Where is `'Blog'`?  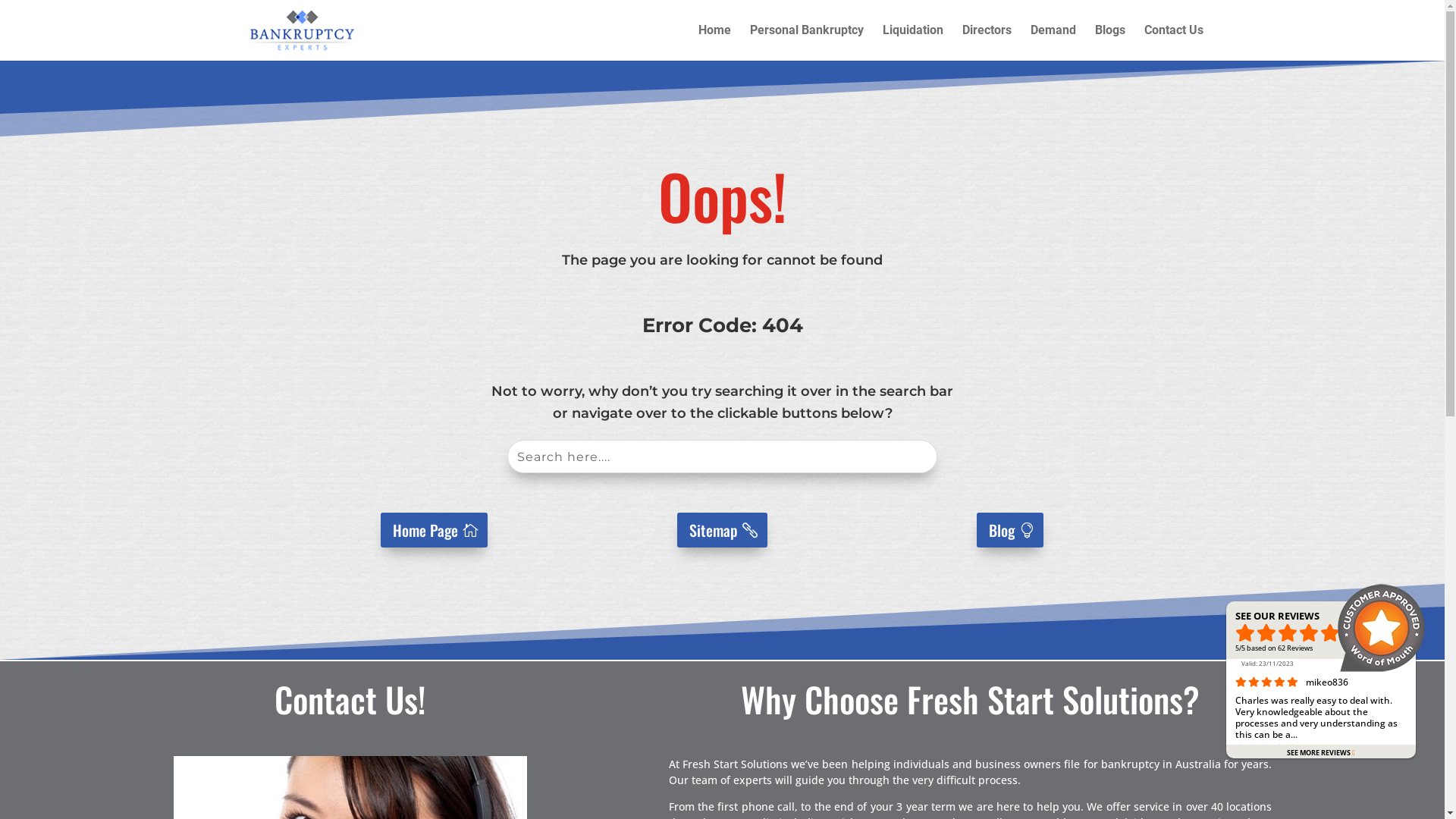 'Blog' is located at coordinates (976, 529).